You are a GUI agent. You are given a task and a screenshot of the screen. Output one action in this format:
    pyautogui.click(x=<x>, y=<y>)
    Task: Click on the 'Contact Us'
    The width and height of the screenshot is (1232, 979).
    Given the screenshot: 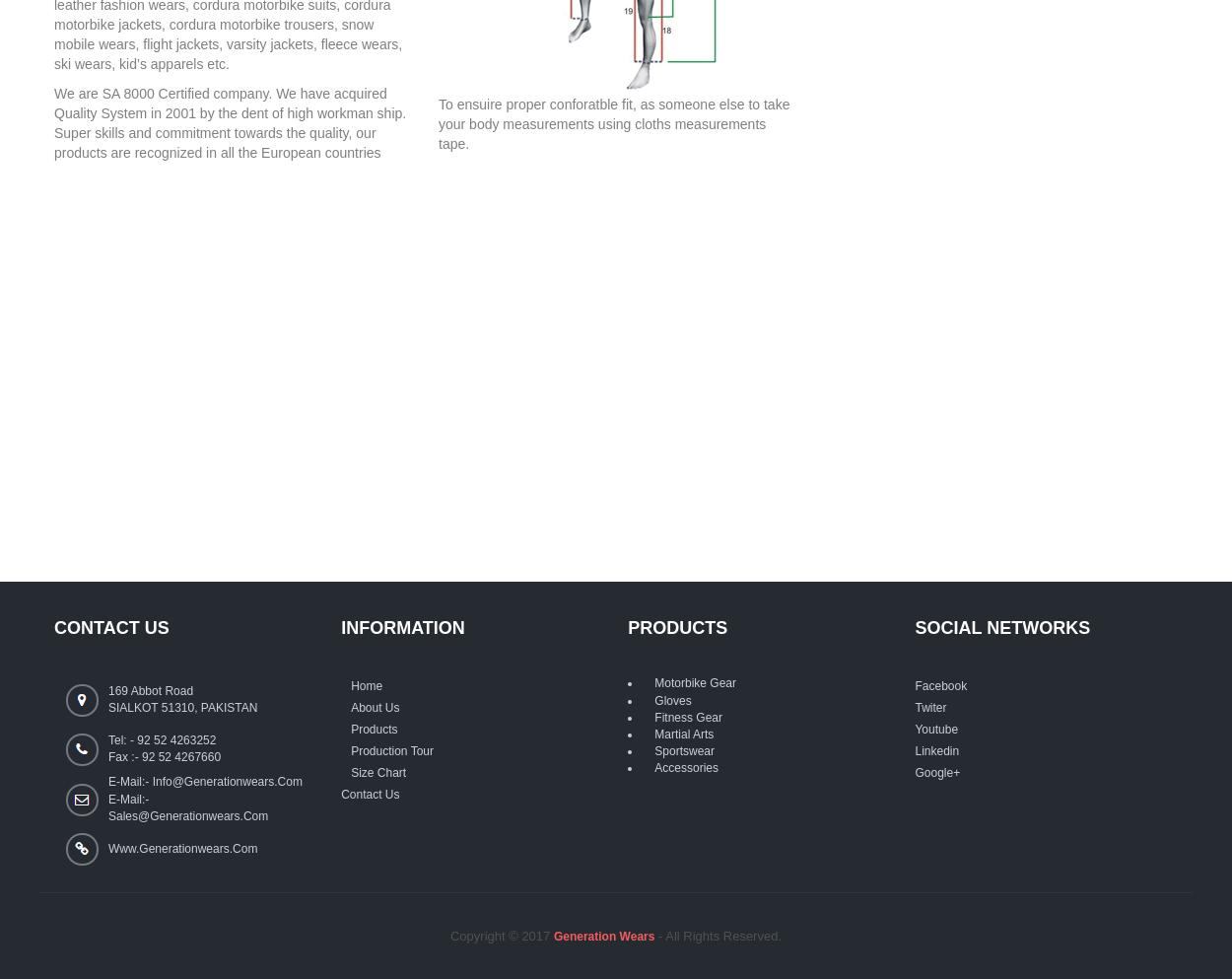 What is the action you would take?
    pyautogui.click(x=370, y=794)
    